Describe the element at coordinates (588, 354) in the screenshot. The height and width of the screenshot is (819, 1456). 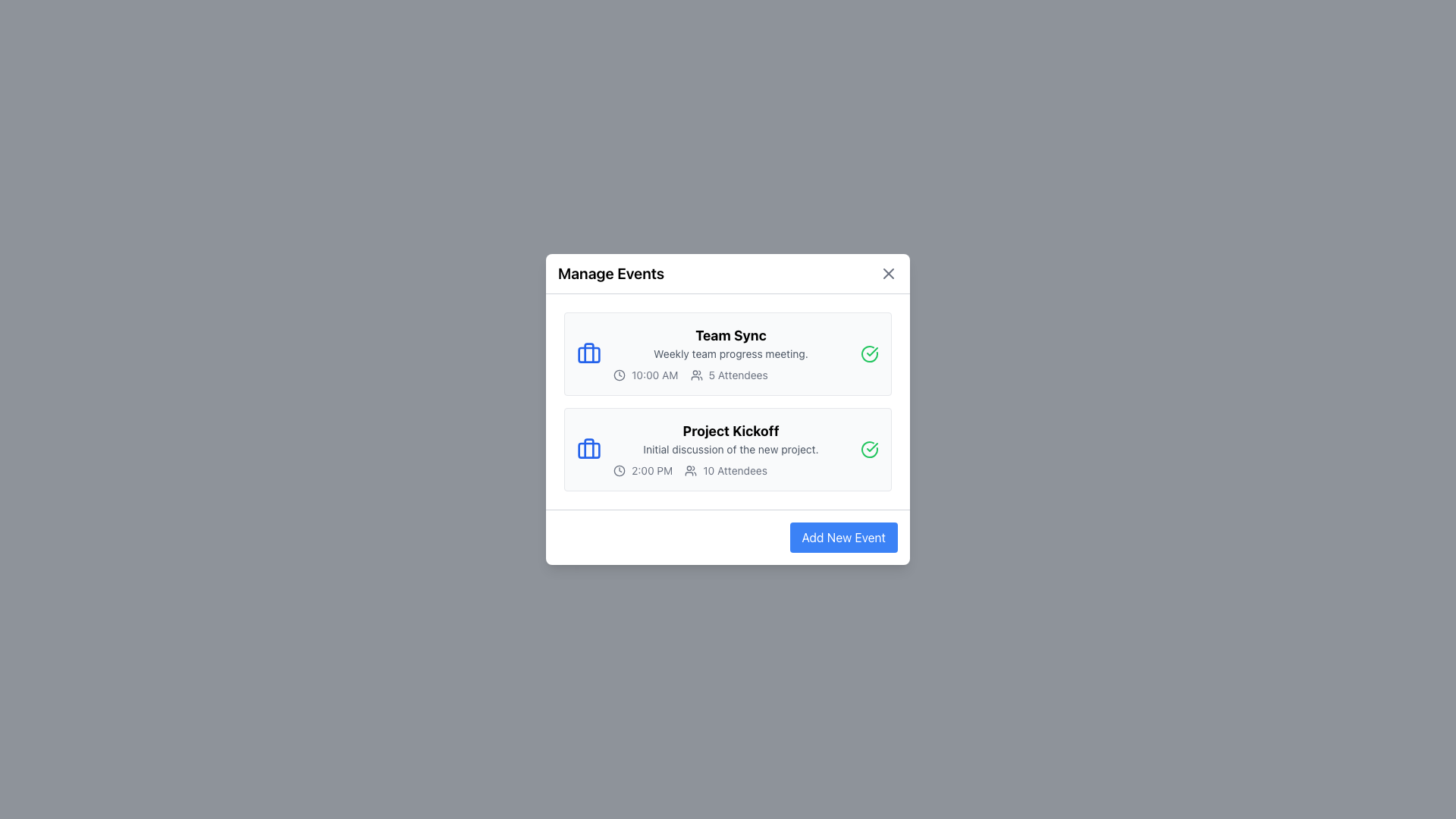
I see `the decorative vector rectangle element, which is a small, horizontally rectangular shape with rounded corners, located within the light blue briefcase icon to the left of the text 'Project Kickoff' in the 'Manage Events' dialog` at that location.